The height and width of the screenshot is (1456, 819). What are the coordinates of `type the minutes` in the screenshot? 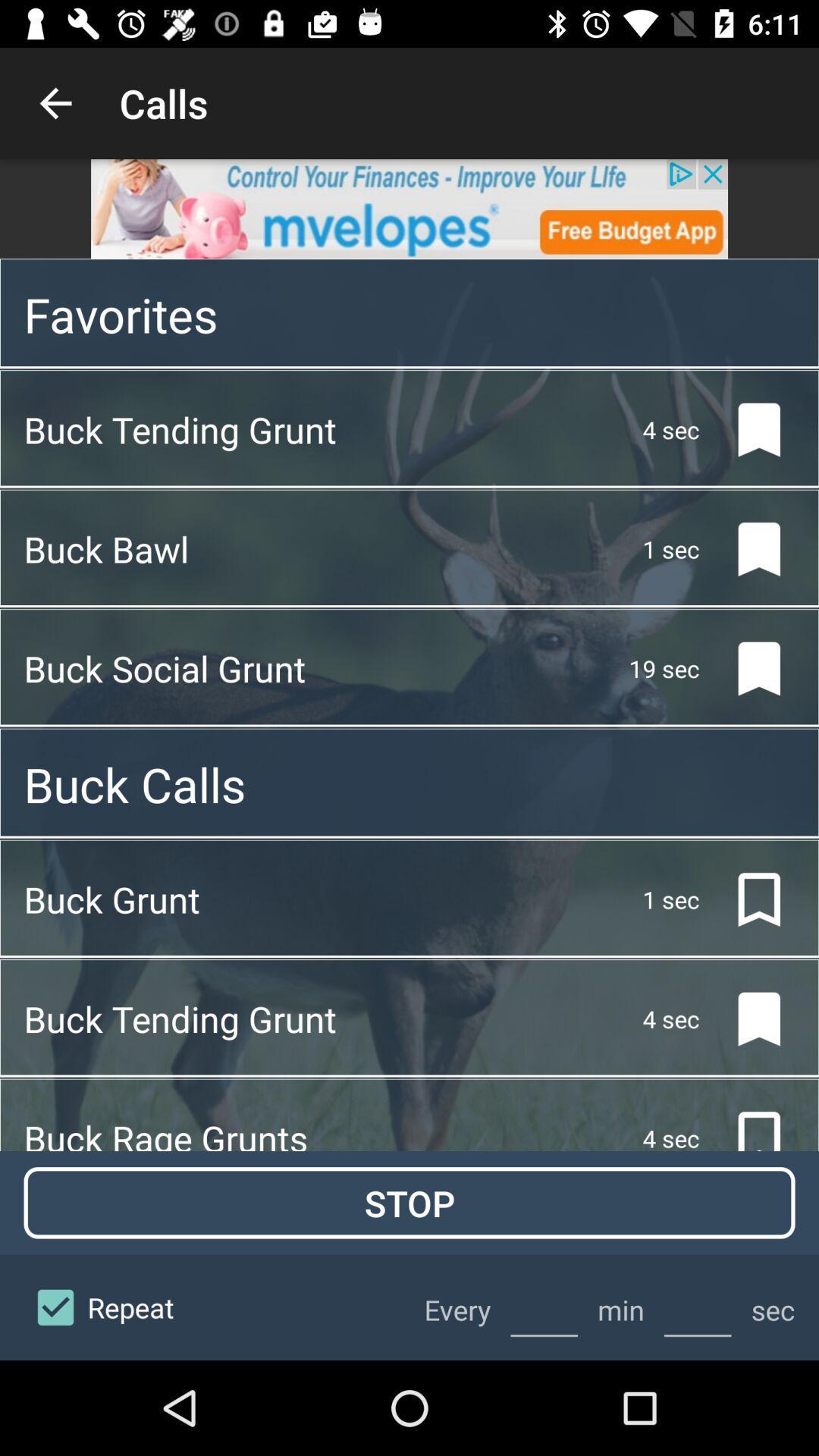 It's located at (543, 1307).